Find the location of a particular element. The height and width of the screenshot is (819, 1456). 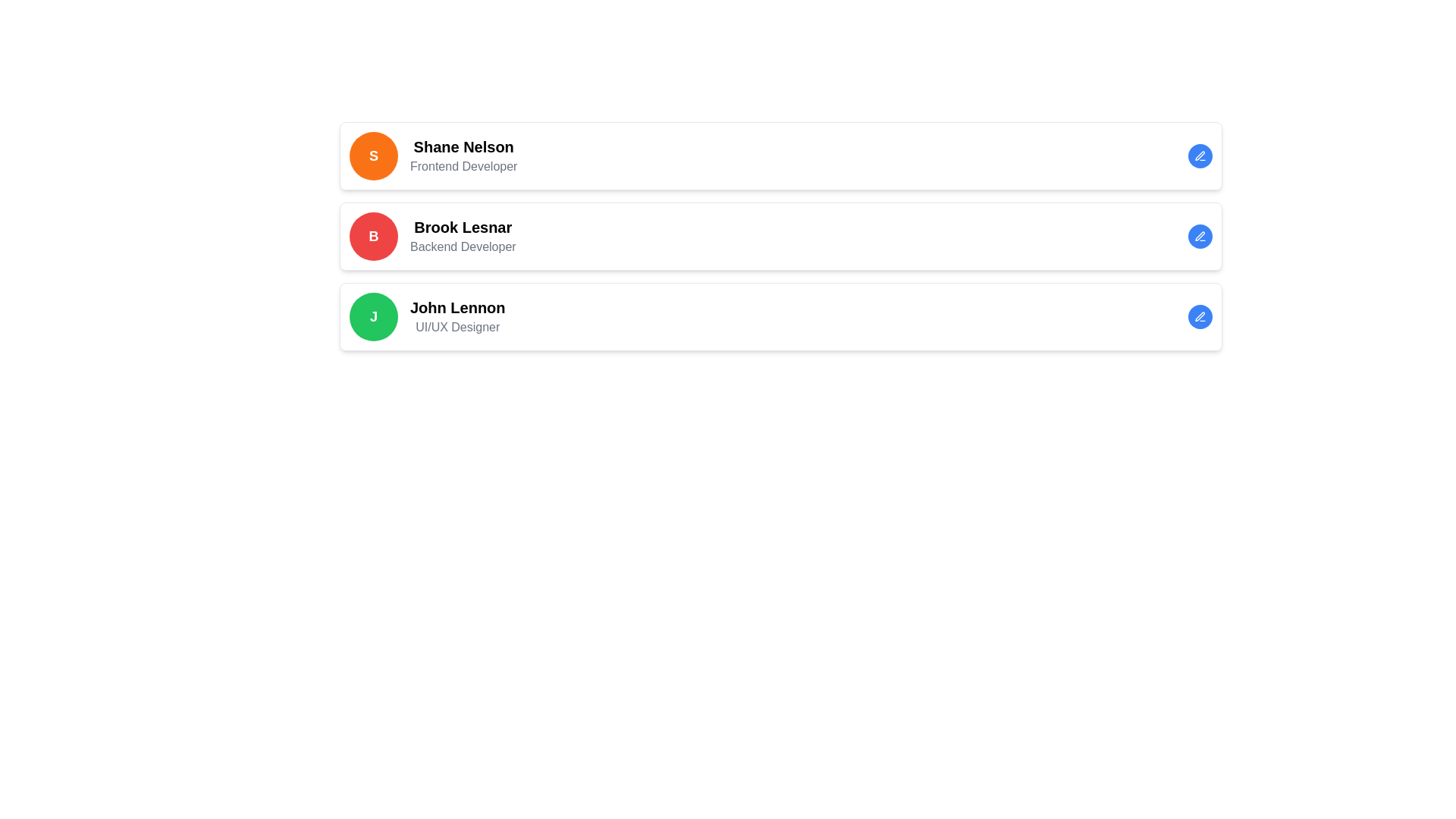

on the text label displaying 'John Lennon', which is the first line in the profile list and is located above the subtitle 'UI/UX Designer' is located at coordinates (457, 307).